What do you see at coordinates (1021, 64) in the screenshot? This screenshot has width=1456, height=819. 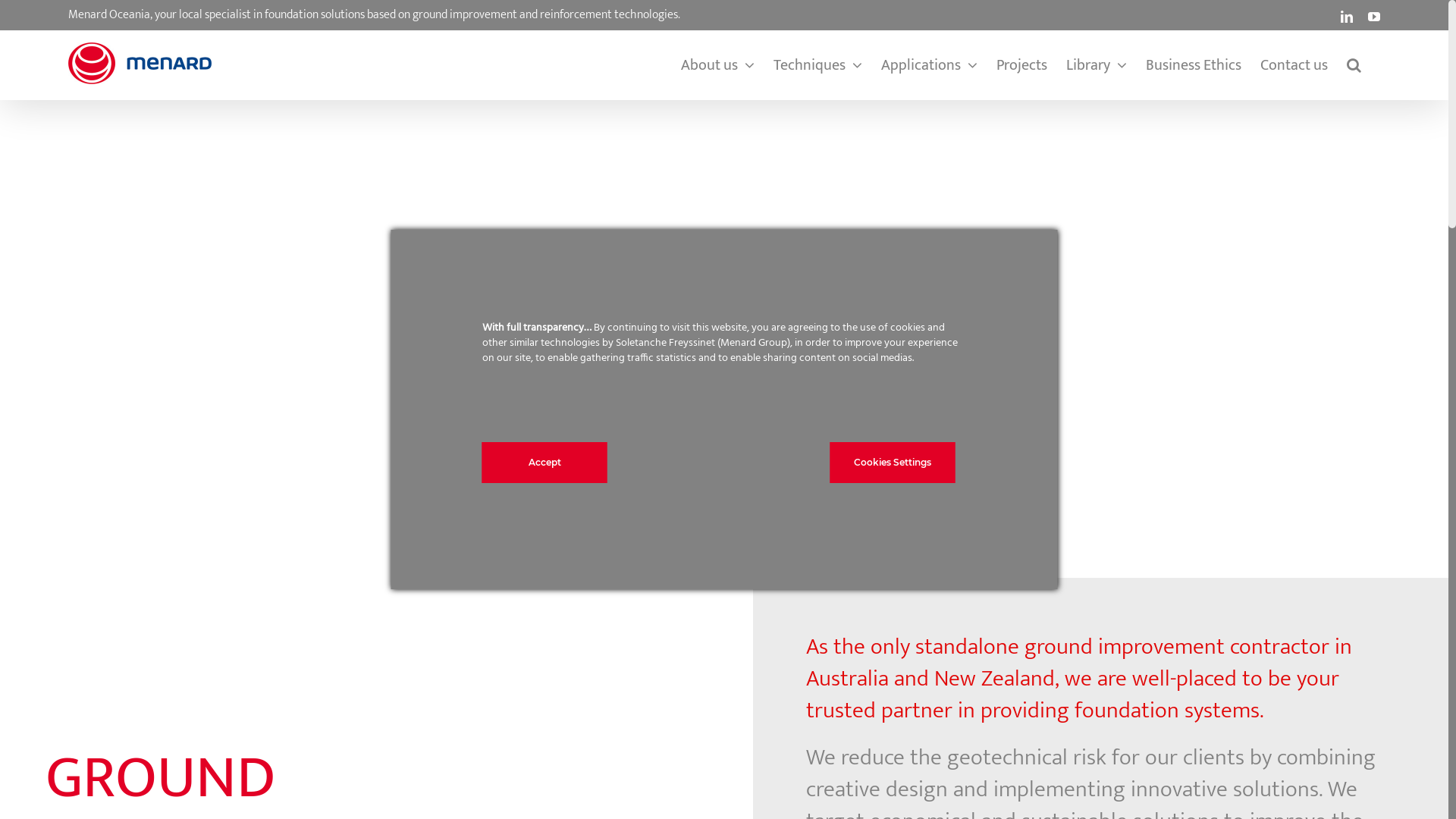 I see `'Projects'` at bounding box center [1021, 64].